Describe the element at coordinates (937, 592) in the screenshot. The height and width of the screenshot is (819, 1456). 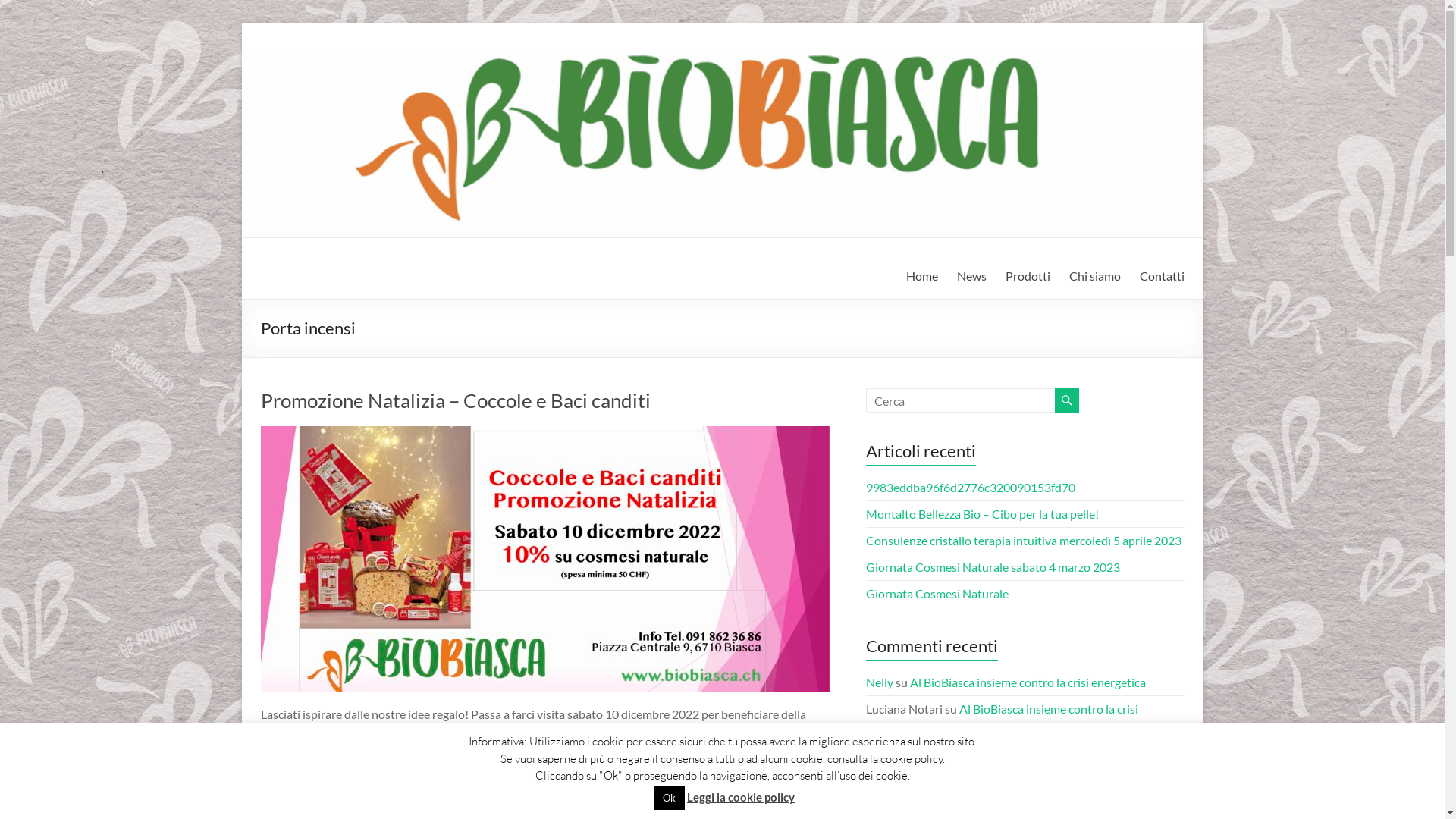
I see `'Giornata Cosmesi Naturale'` at that location.